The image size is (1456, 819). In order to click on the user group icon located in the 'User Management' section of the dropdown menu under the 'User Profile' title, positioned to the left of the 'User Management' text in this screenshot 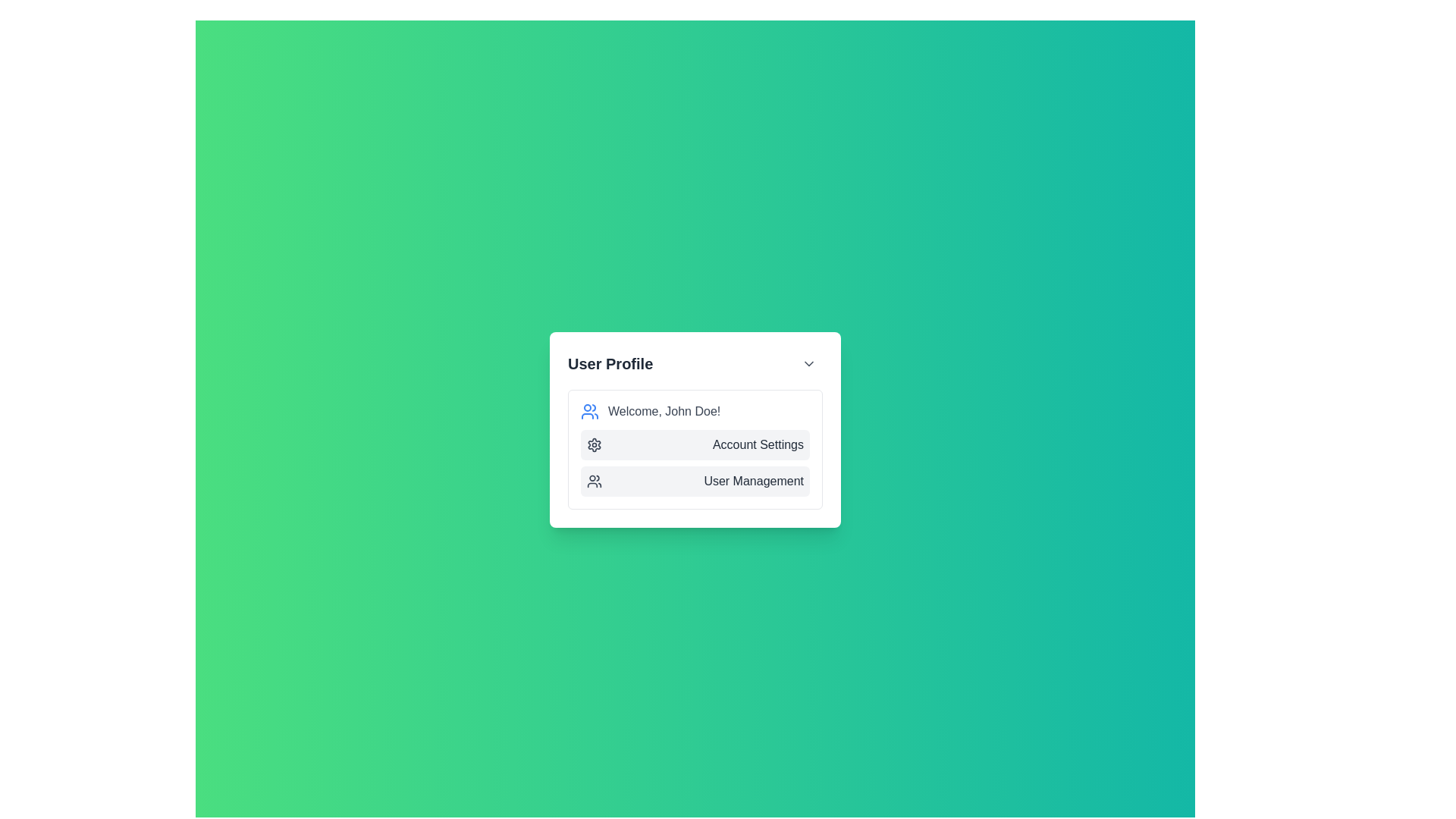, I will do `click(593, 482)`.